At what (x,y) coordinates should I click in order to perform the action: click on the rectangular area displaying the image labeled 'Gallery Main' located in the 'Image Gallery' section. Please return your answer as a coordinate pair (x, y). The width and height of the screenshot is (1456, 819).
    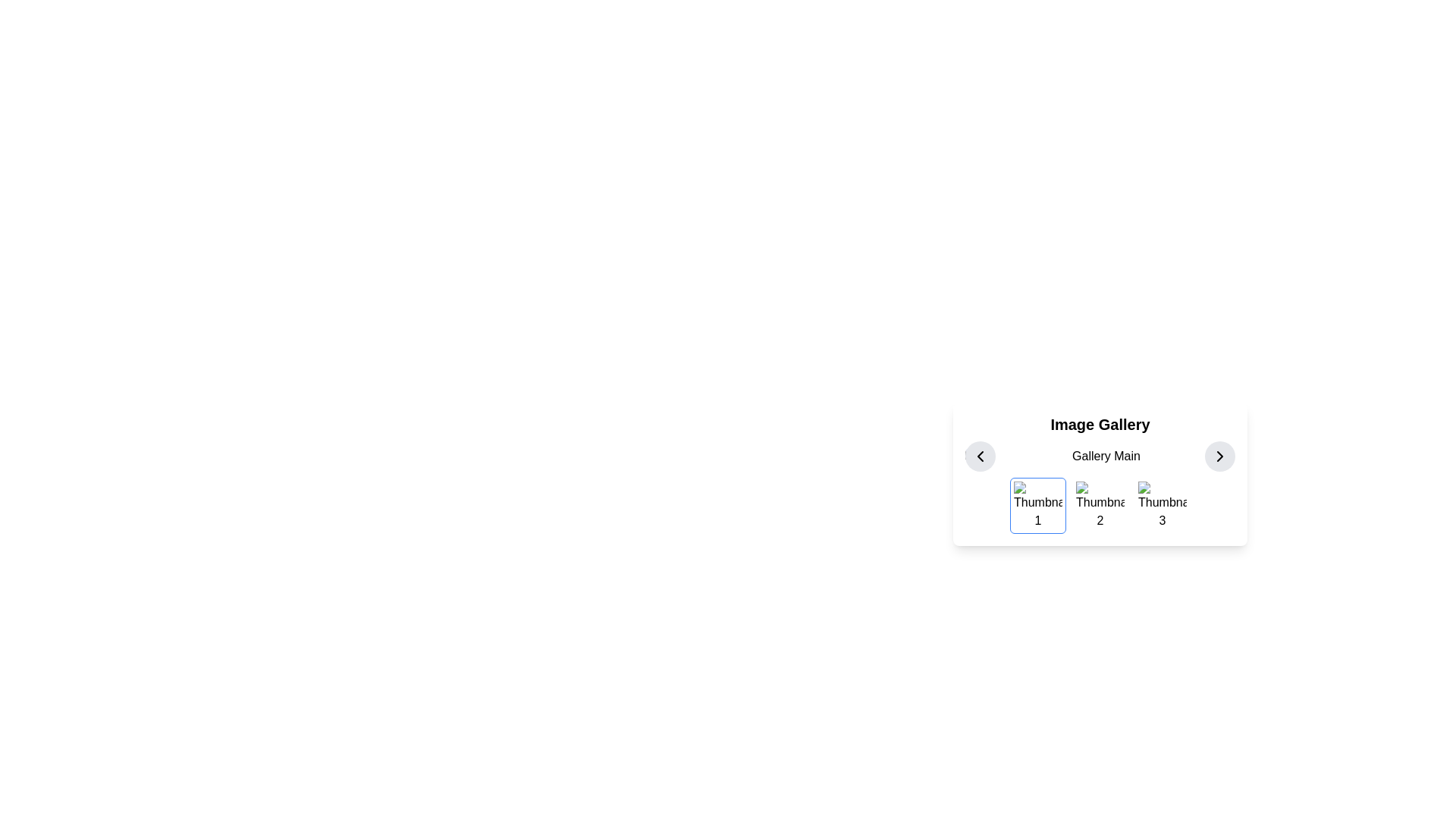
    Looking at the image, I should click on (1100, 455).